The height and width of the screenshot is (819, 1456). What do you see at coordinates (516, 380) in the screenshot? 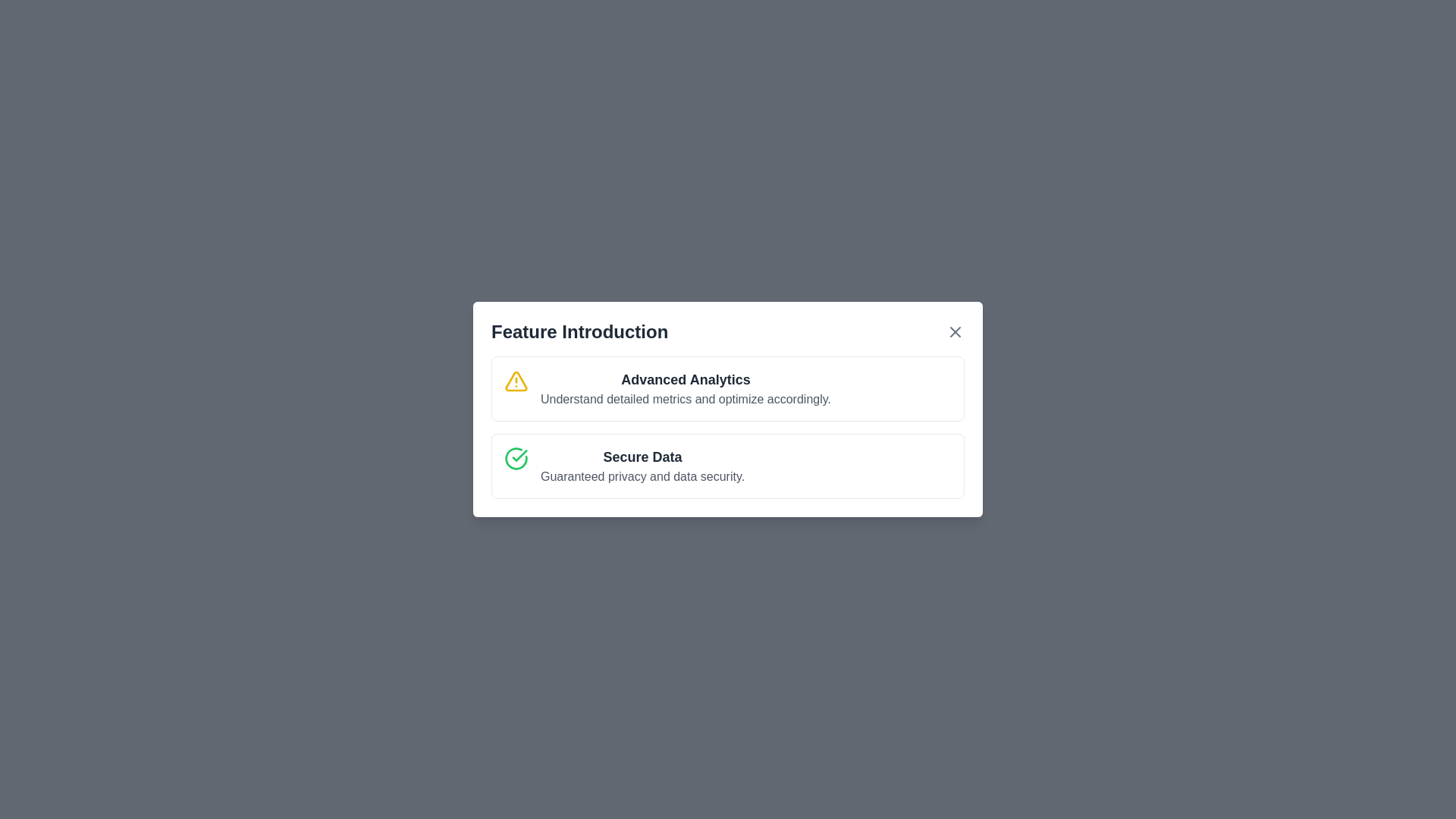
I see `the warning icon for the 'Advanced Analytics' feature, which is located within the card on the left side of the text 'Advanced Analytics'` at bounding box center [516, 380].